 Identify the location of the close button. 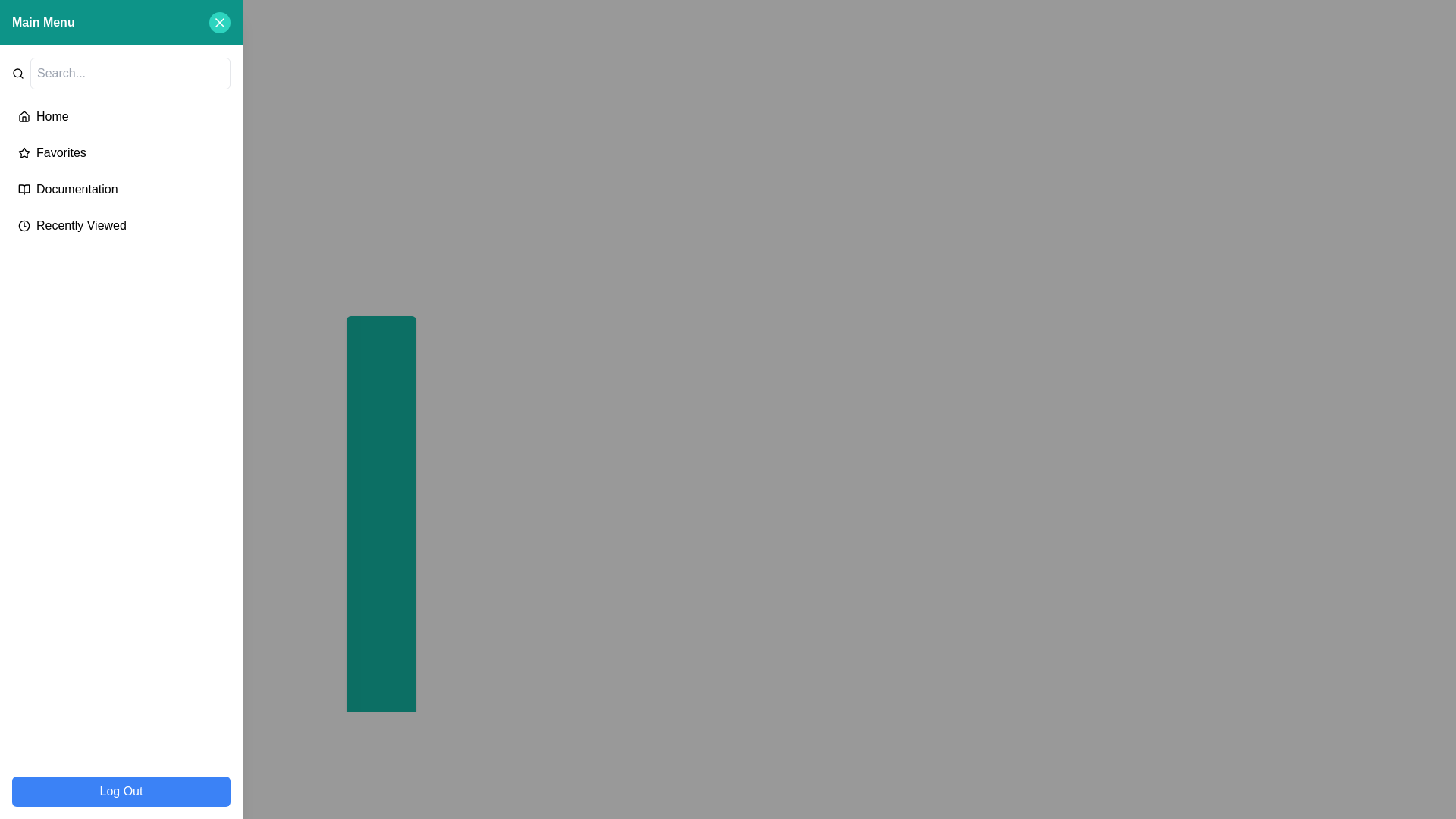
(218, 23).